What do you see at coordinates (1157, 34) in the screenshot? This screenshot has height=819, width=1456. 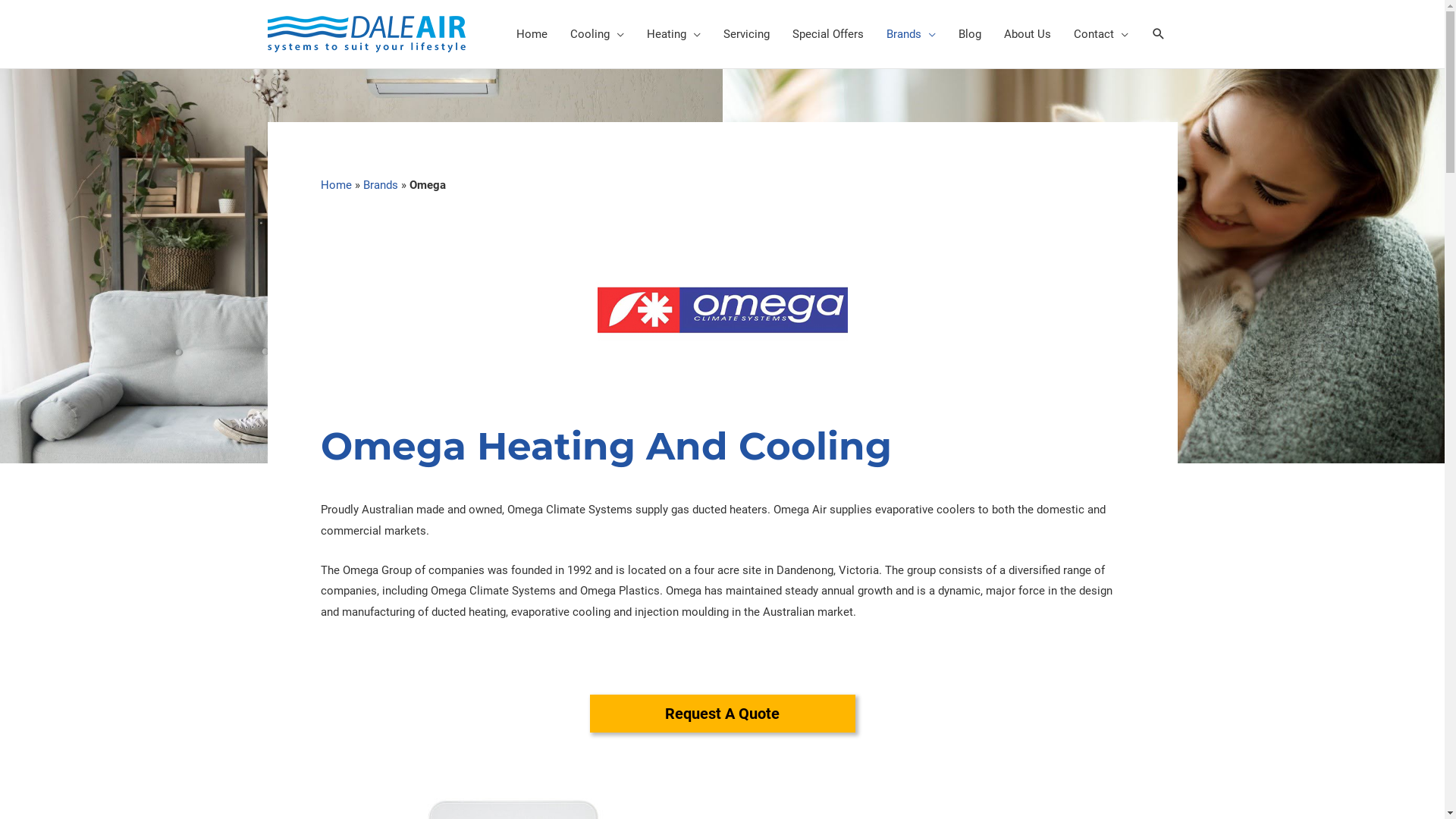 I see `'Search'` at bounding box center [1157, 34].